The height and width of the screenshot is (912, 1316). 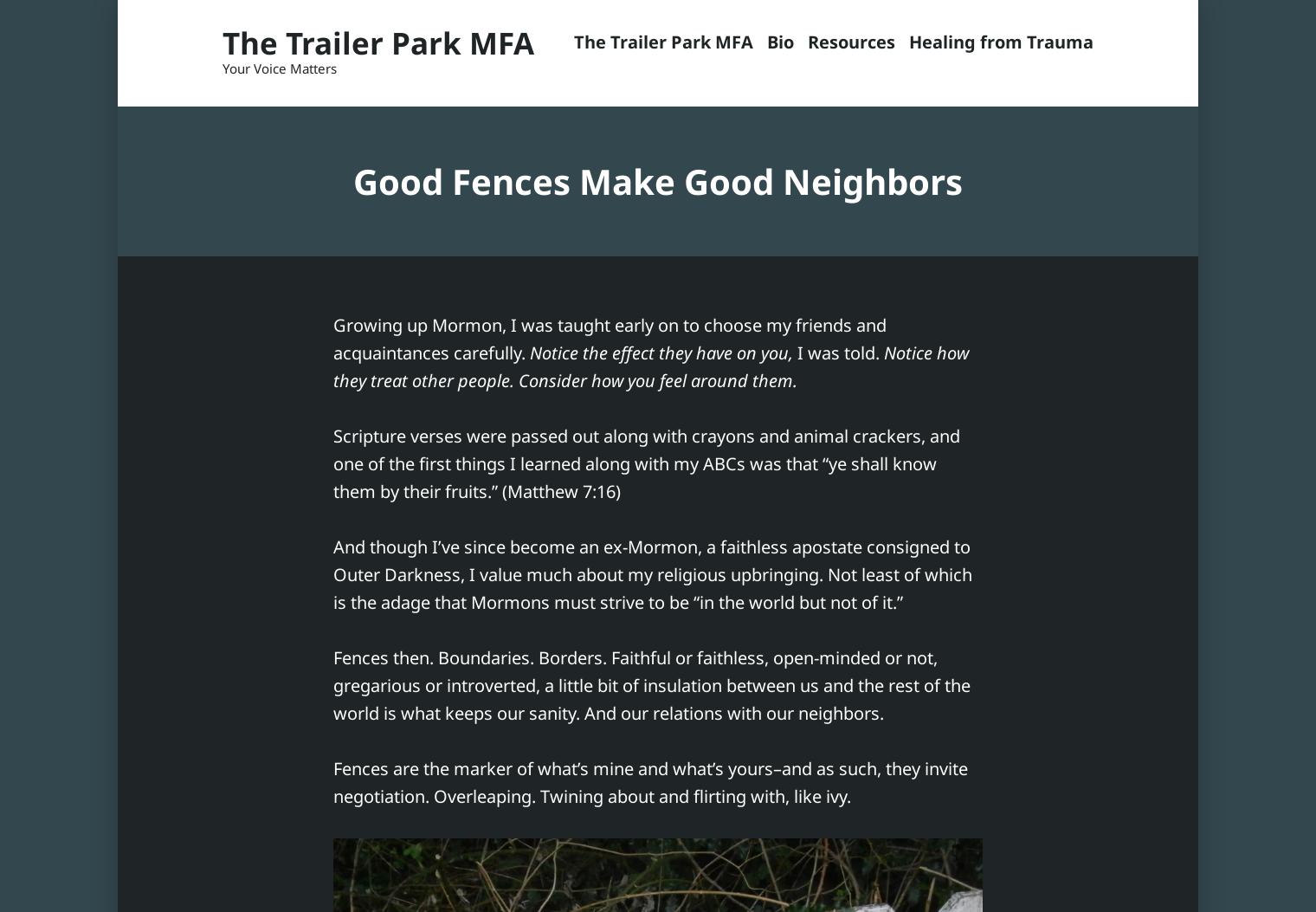 I want to click on 'Fences then. Boundaries. Borders. Faithful or faithless, open-minded or not, gregarious or introverted, a little bit of insulation between us and the rest of the world is what keeps our sanity. And our relations with our neighbors.', so click(x=652, y=685).